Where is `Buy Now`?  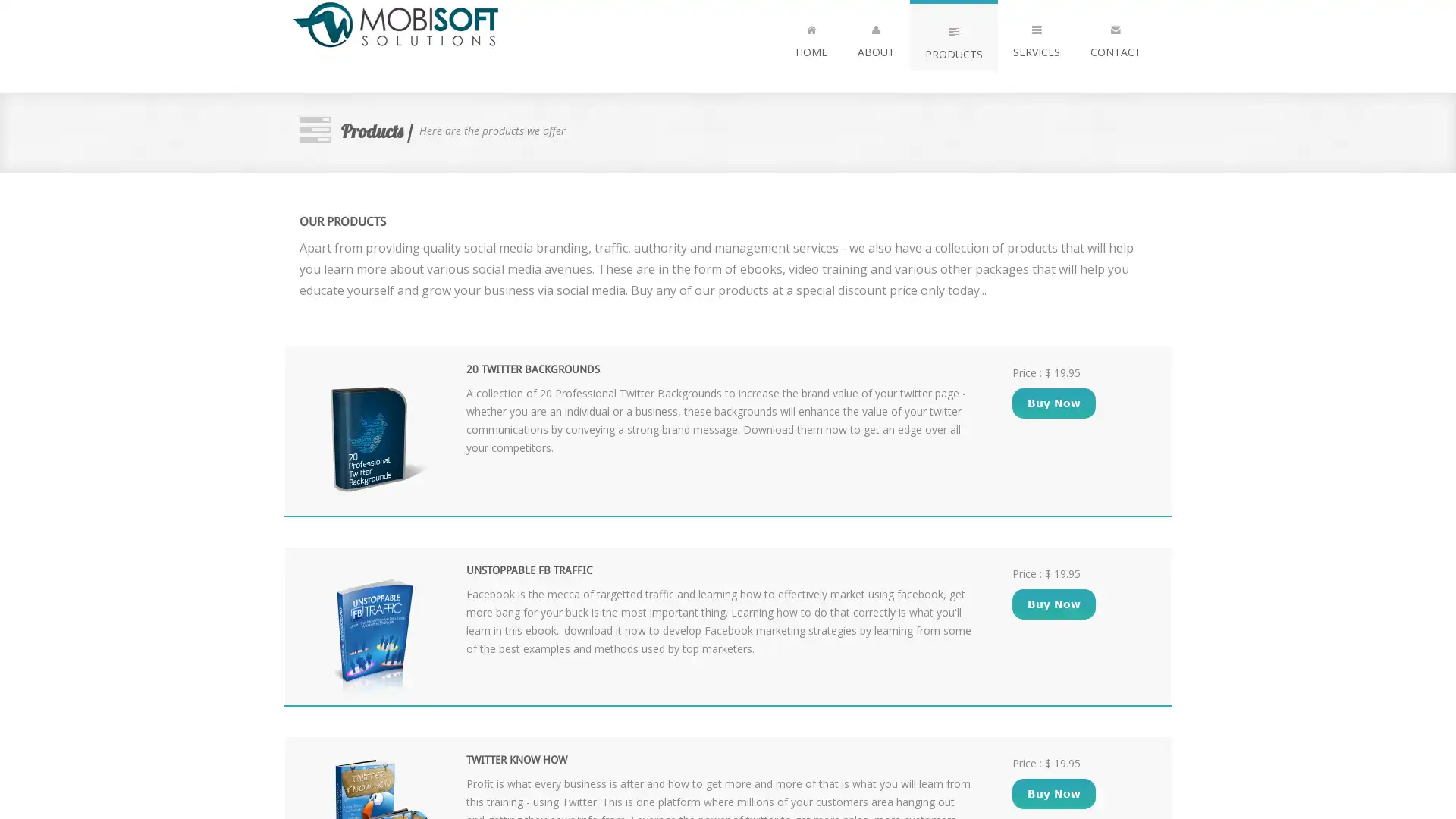
Buy Now is located at coordinates (1053, 792).